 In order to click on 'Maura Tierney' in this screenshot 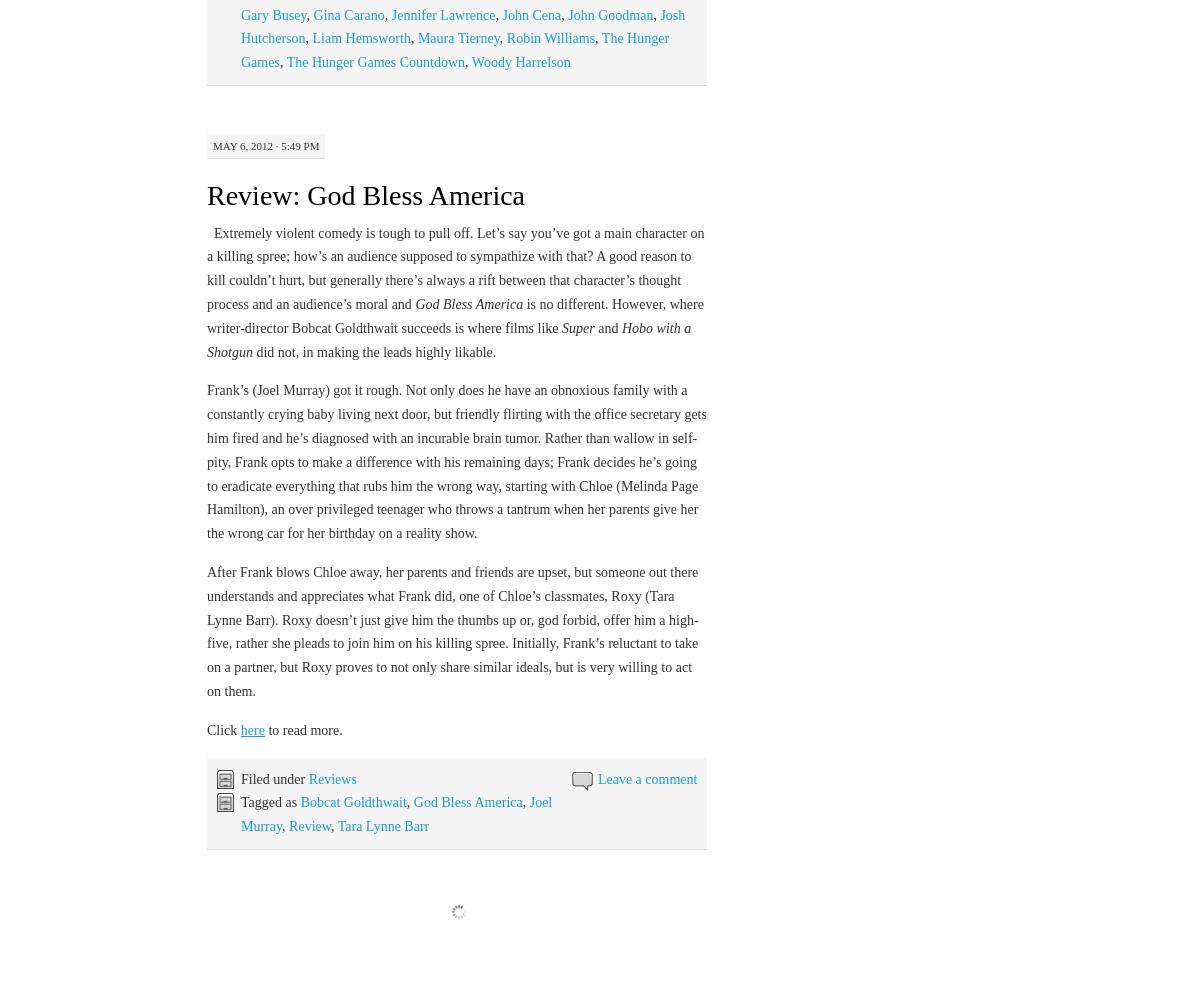, I will do `click(417, 37)`.